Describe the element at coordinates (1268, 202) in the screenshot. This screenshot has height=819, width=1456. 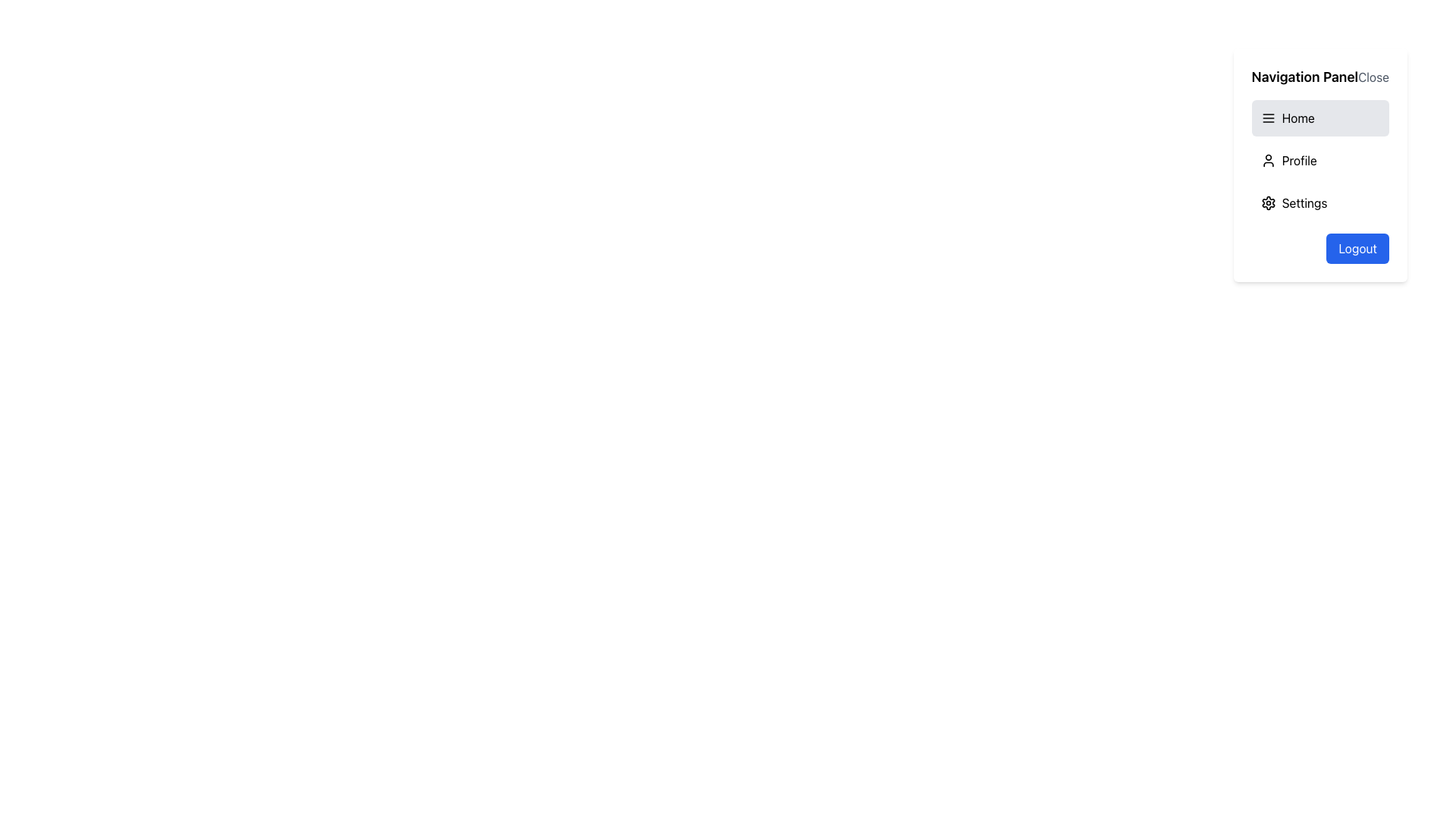
I see `the gear icon located in the navigation panel, which is positioned to the left of the 'Settings' text` at that location.